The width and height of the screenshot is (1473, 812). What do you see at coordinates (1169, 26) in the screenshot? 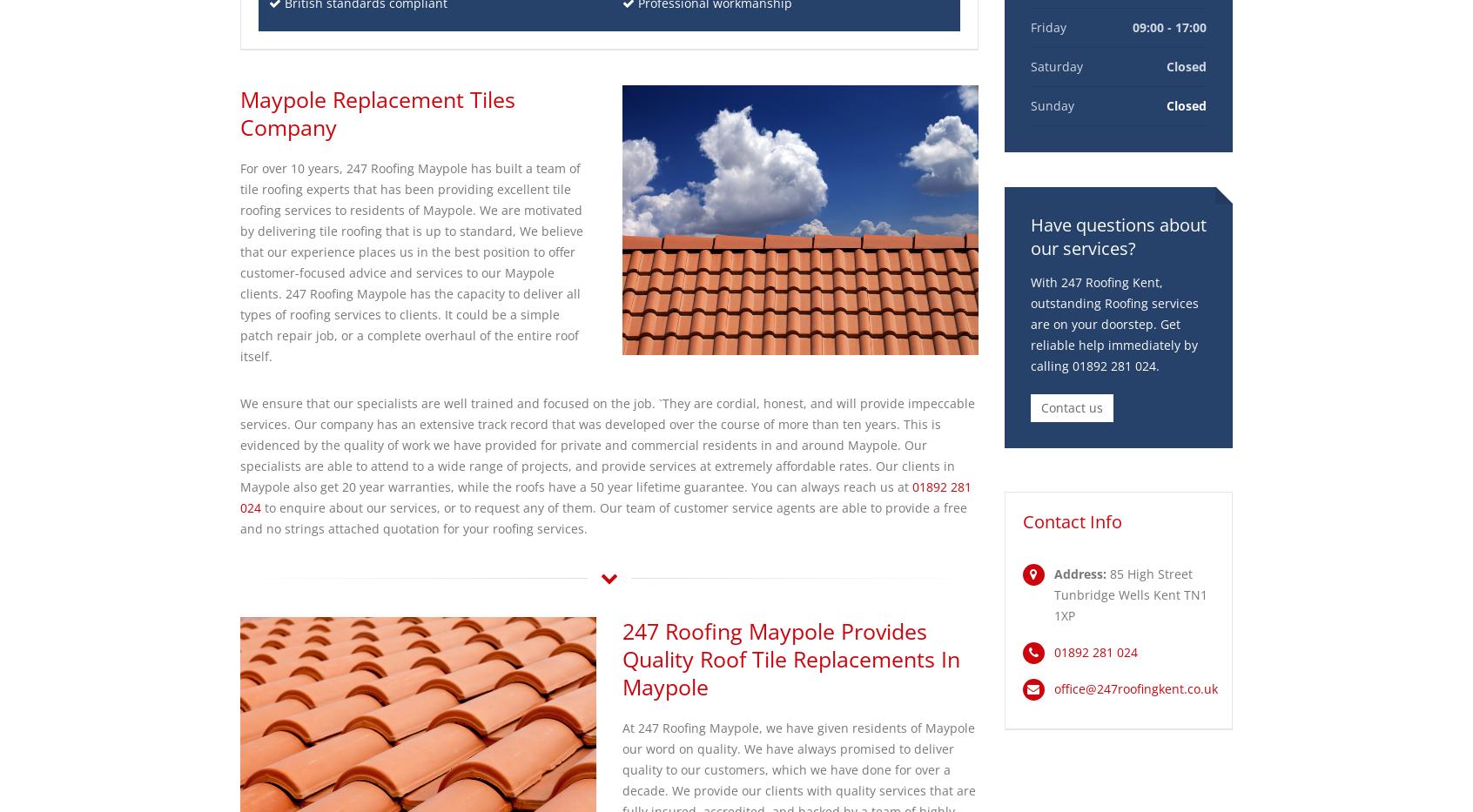
I see `'09:00 - 17:00'` at bounding box center [1169, 26].